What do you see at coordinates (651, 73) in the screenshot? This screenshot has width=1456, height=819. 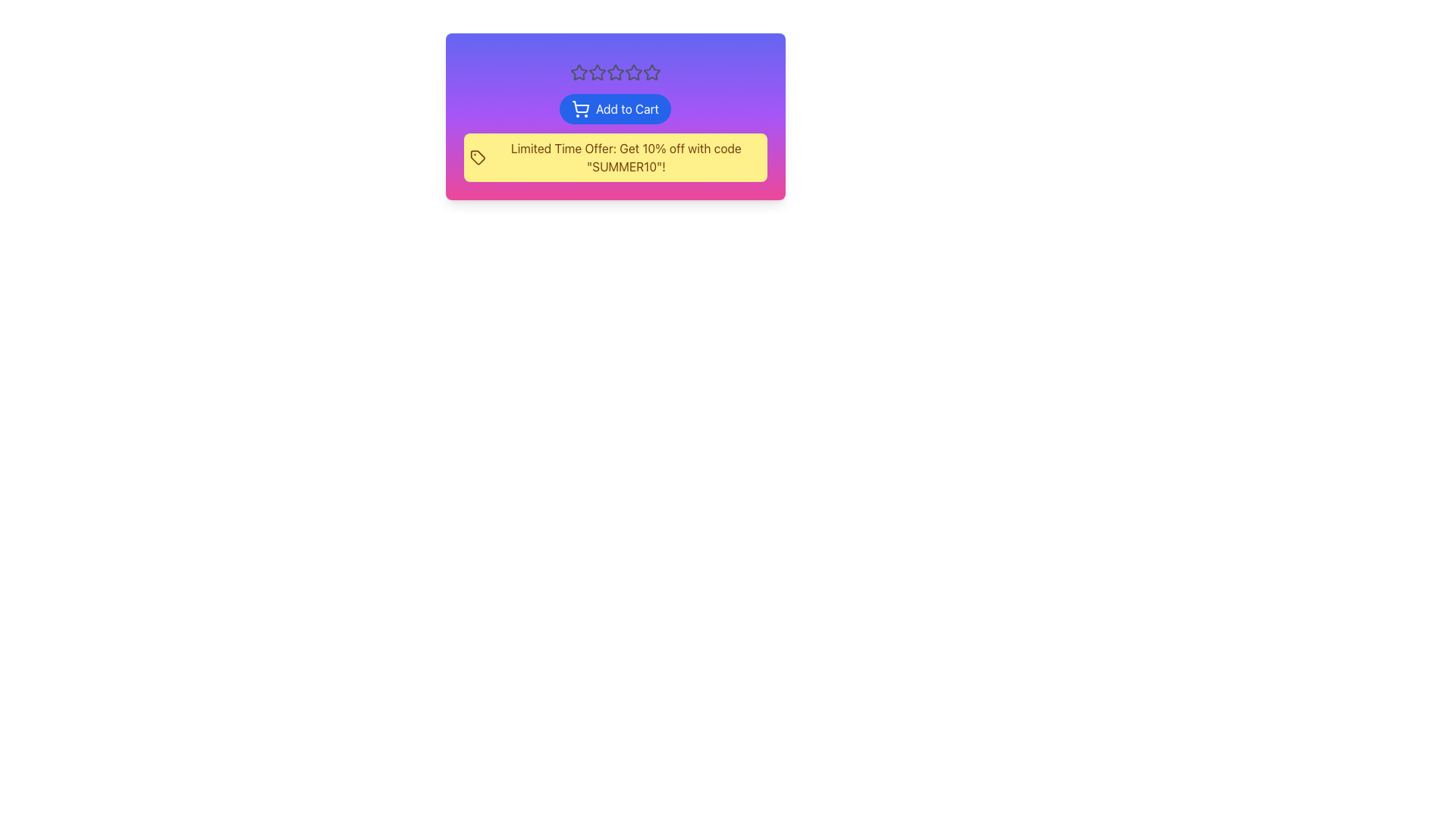 I see `the fifth star icon used for rating located at the center of the upper section of the card component` at bounding box center [651, 73].